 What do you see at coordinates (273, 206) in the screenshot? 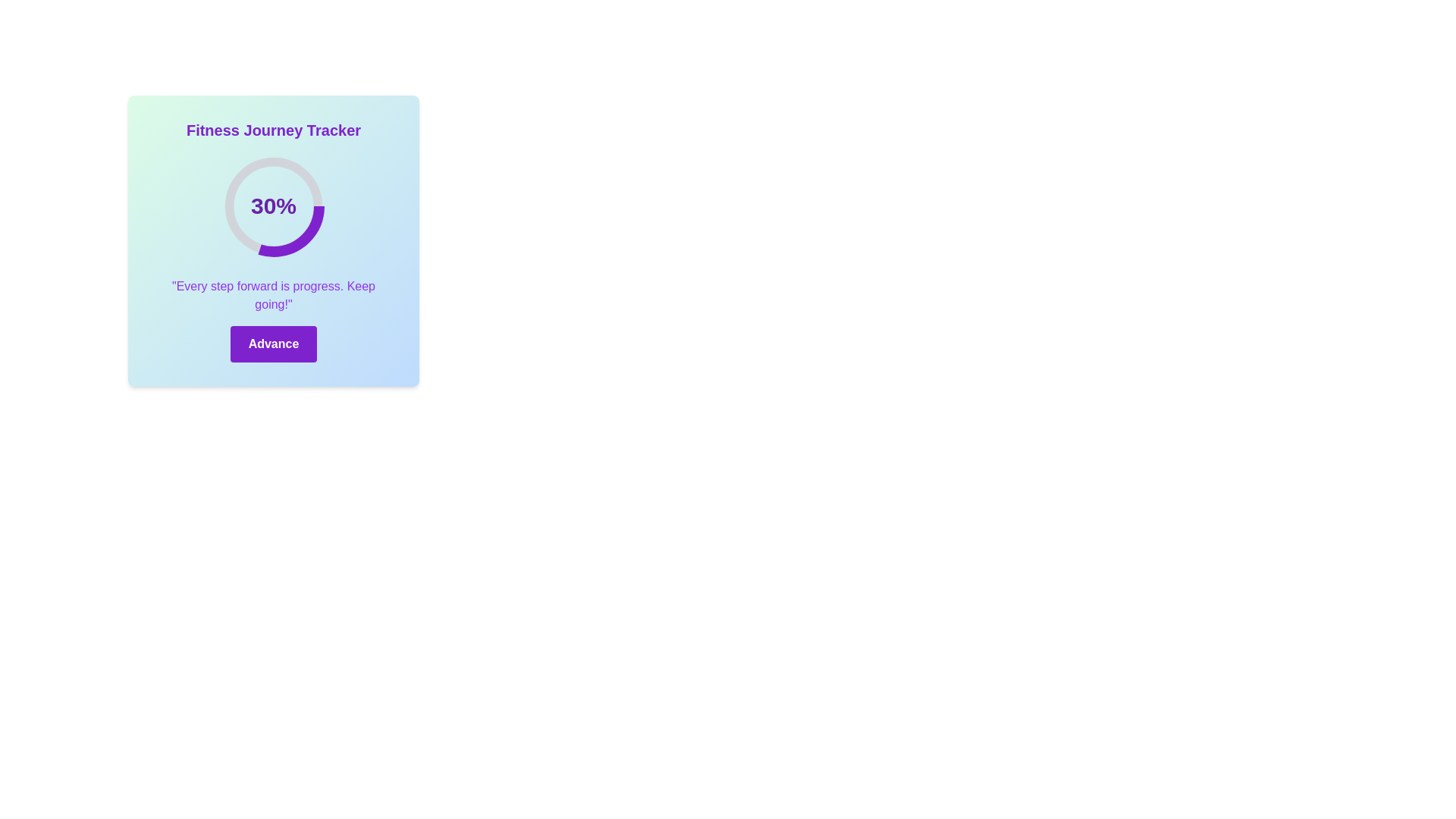
I see `the circular shape that indicates progress, located at the center of the circular progress indicator, just below the title 'Fitness Journey Tracker'` at bounding box center [273, 206].